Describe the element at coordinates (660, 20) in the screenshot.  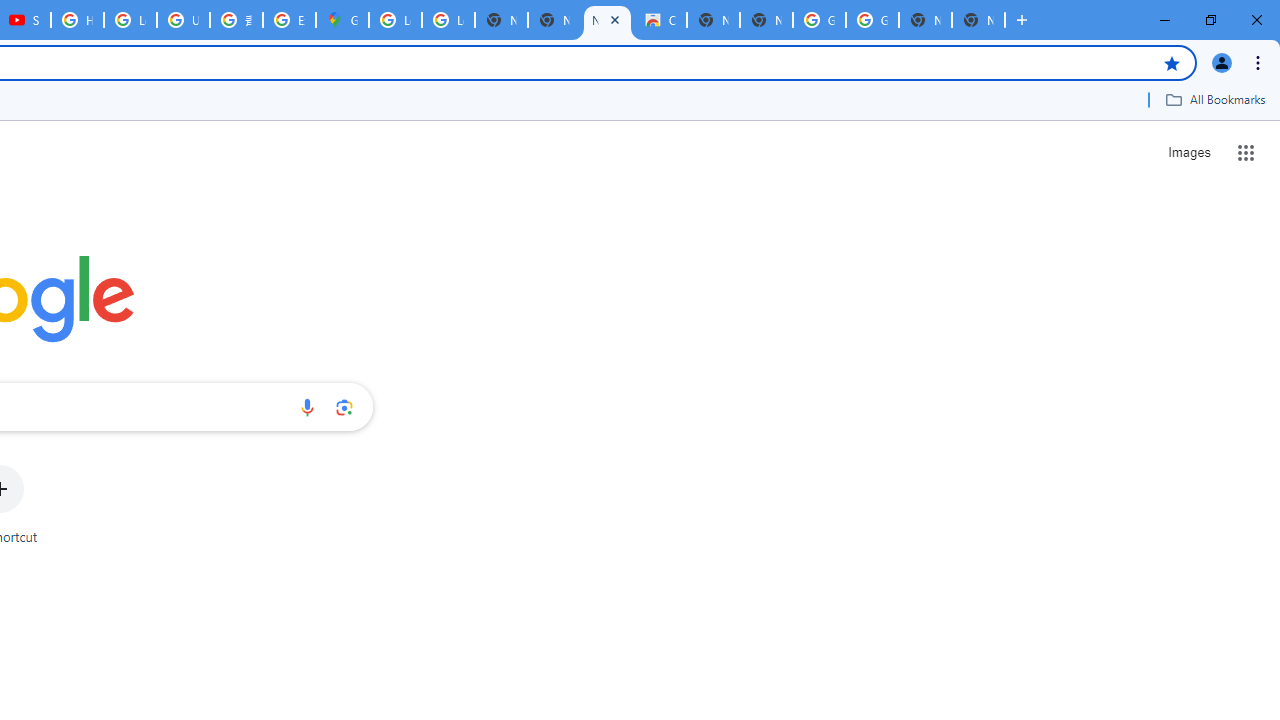
I see `'Chrome Web Store'` at that location.